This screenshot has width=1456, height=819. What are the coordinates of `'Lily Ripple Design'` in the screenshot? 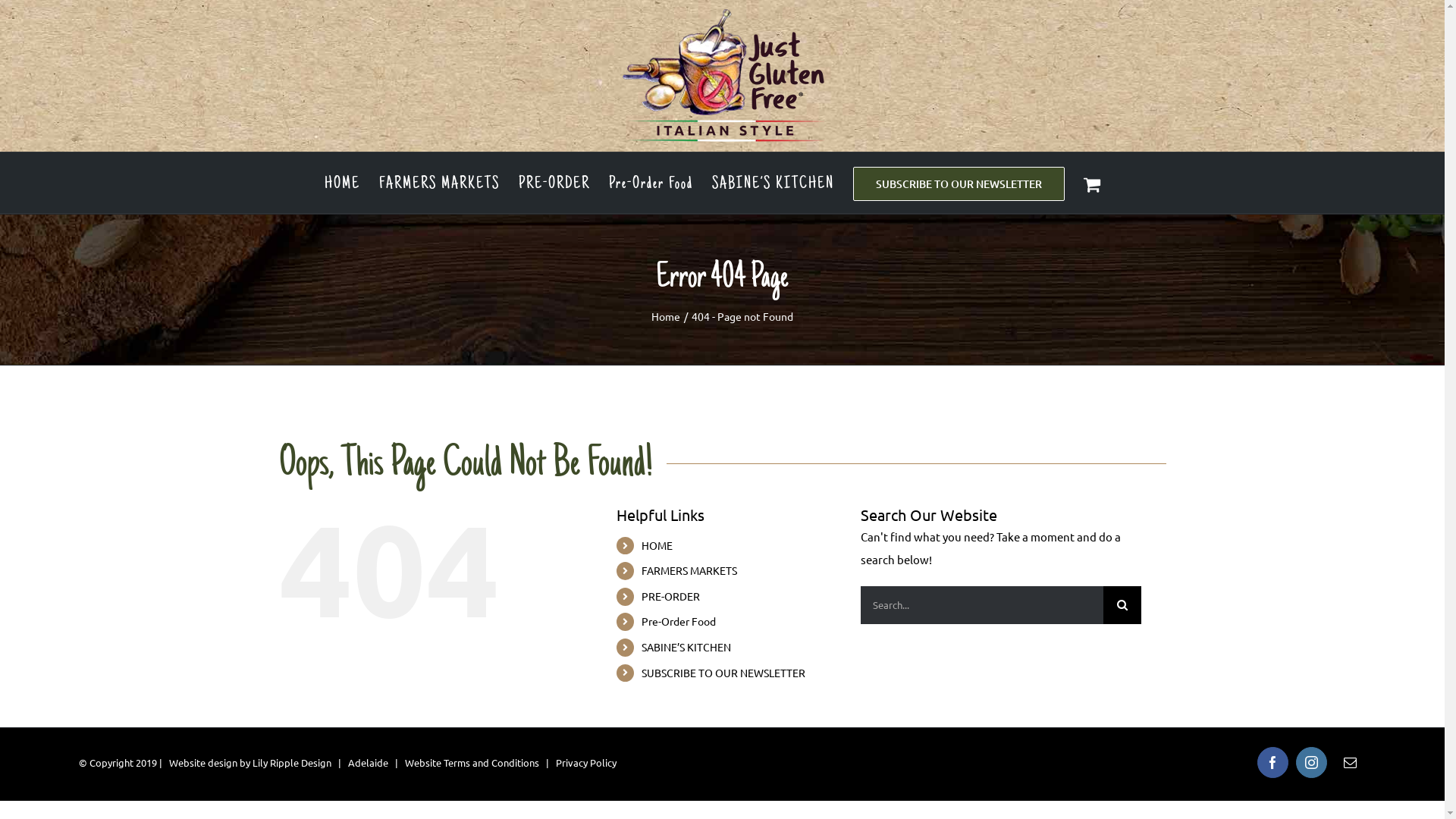 It's located at (252, 762).